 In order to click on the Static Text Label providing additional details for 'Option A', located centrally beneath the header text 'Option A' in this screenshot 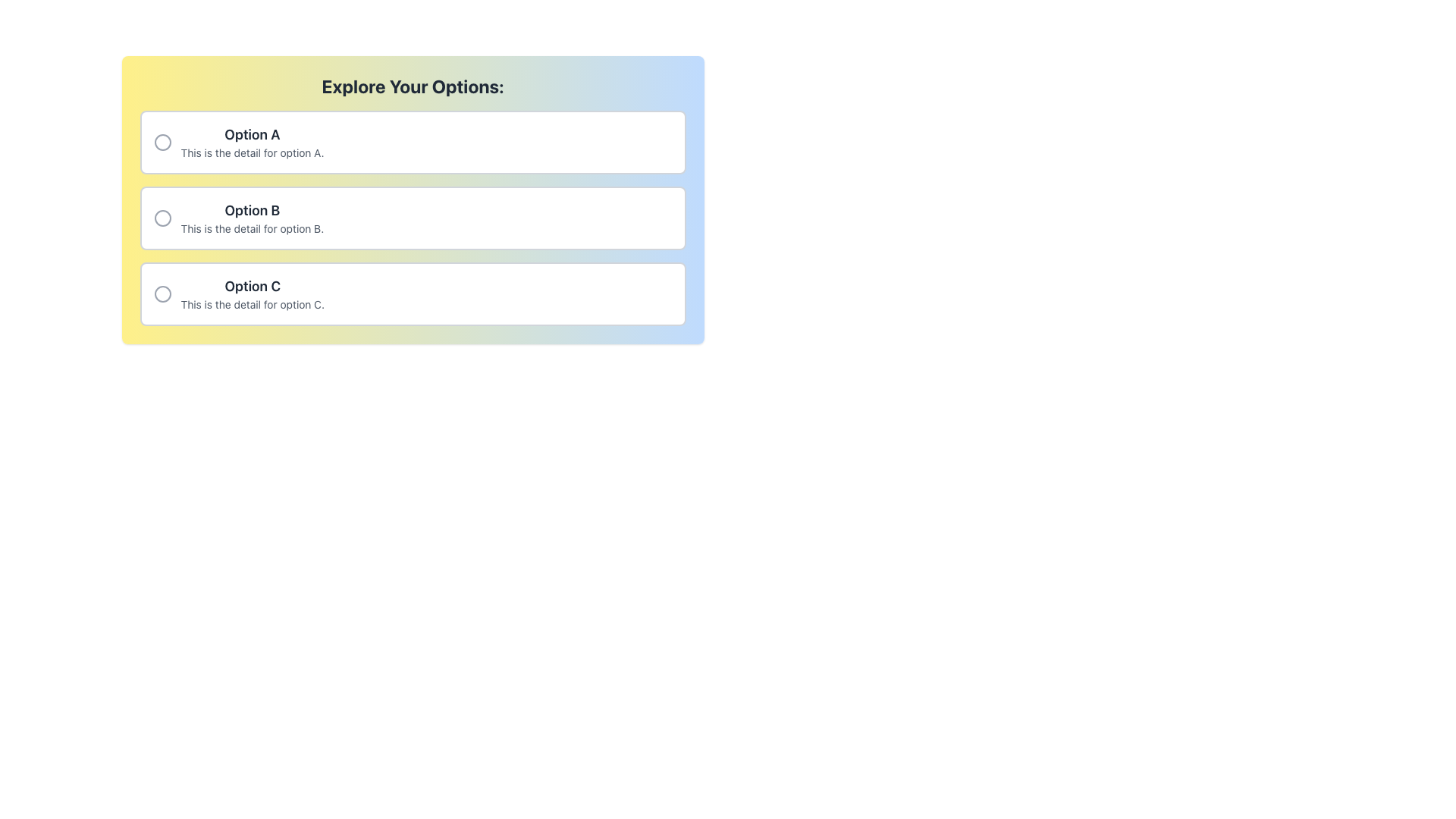, I will do `click(252, 152)`.